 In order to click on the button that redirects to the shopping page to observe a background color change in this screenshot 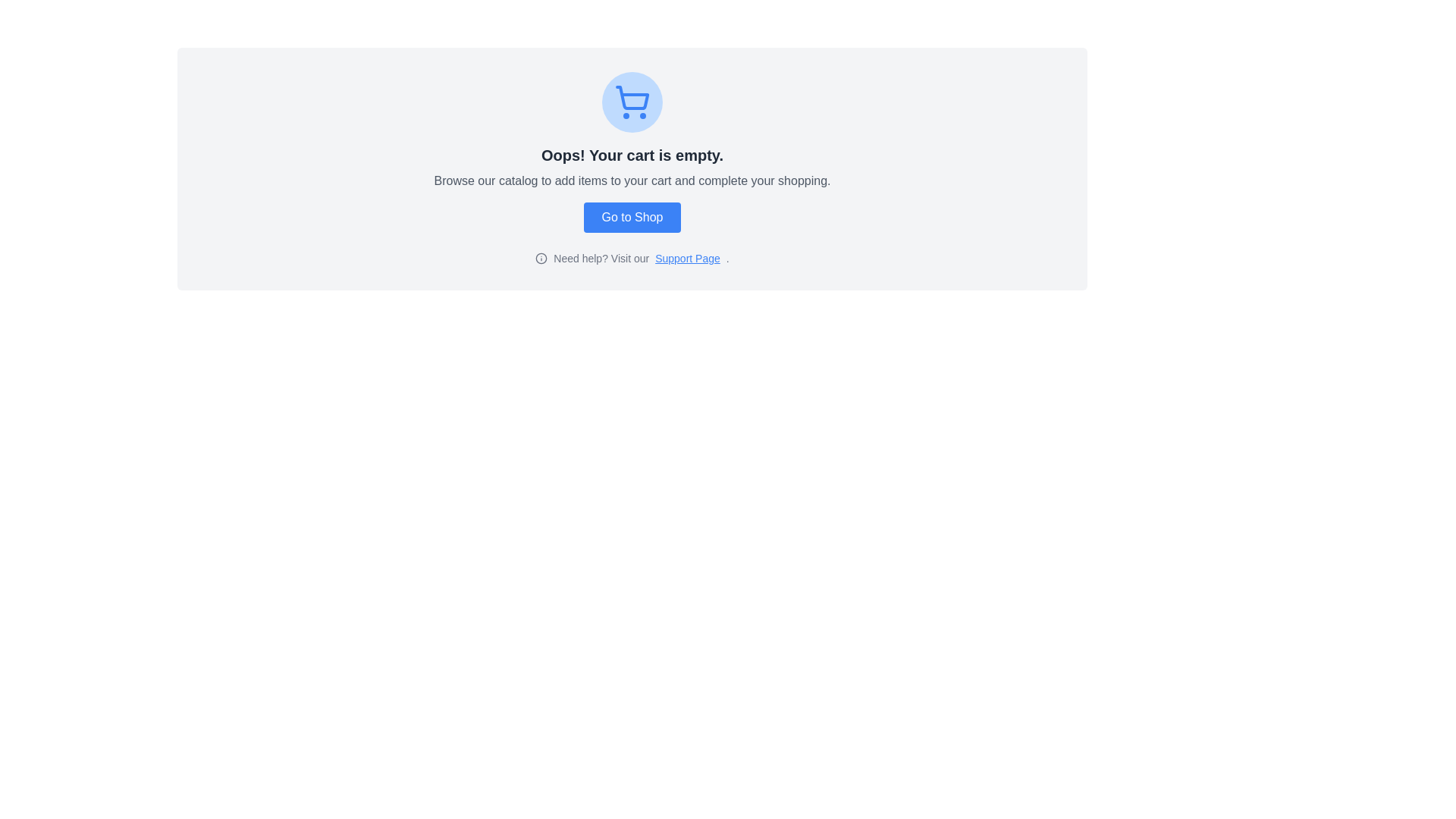, I will do `click(632, 217)`.